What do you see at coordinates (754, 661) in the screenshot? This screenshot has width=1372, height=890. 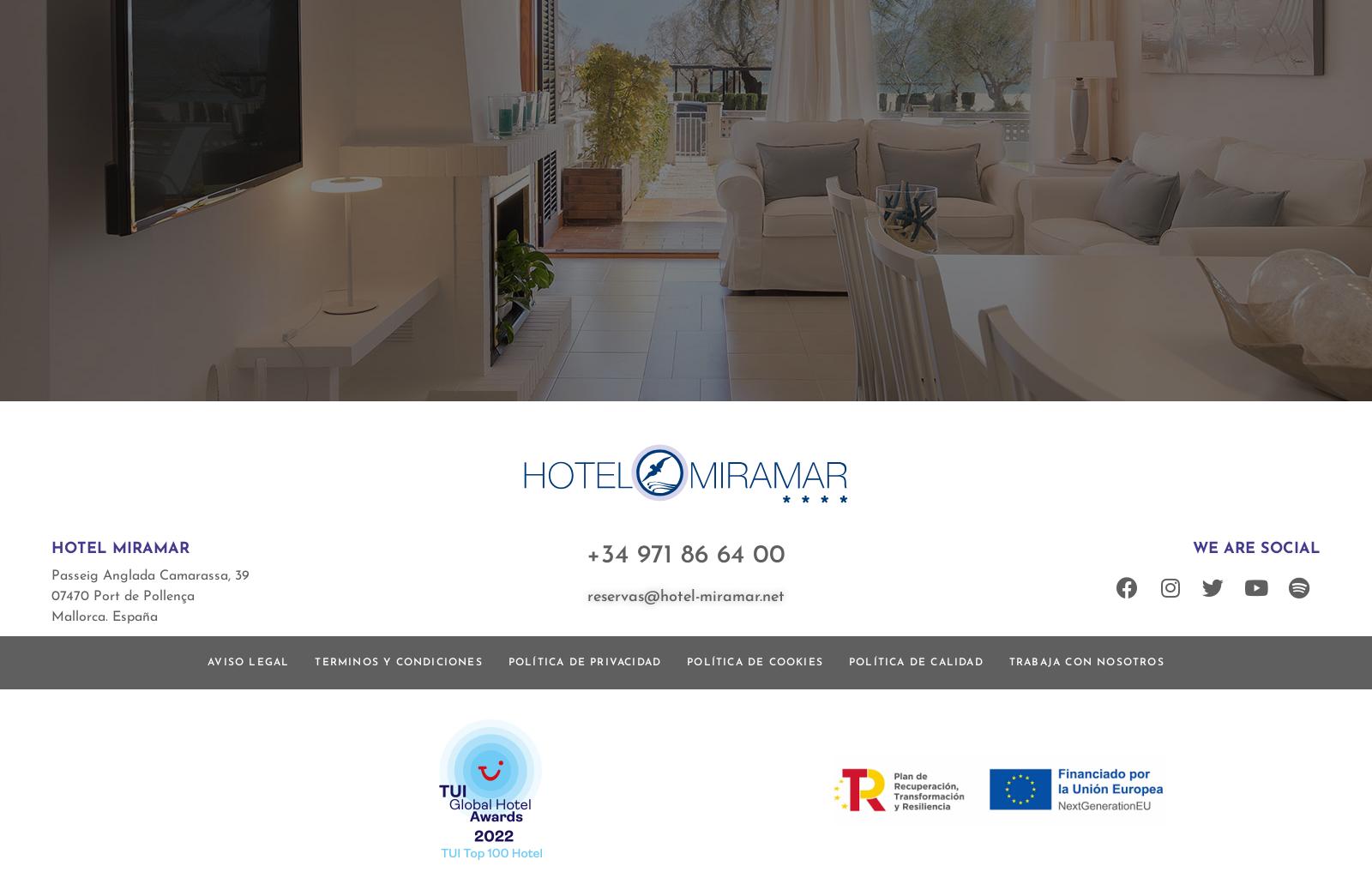 I see `'Política de cookies'` at bounding box center [754, 661].